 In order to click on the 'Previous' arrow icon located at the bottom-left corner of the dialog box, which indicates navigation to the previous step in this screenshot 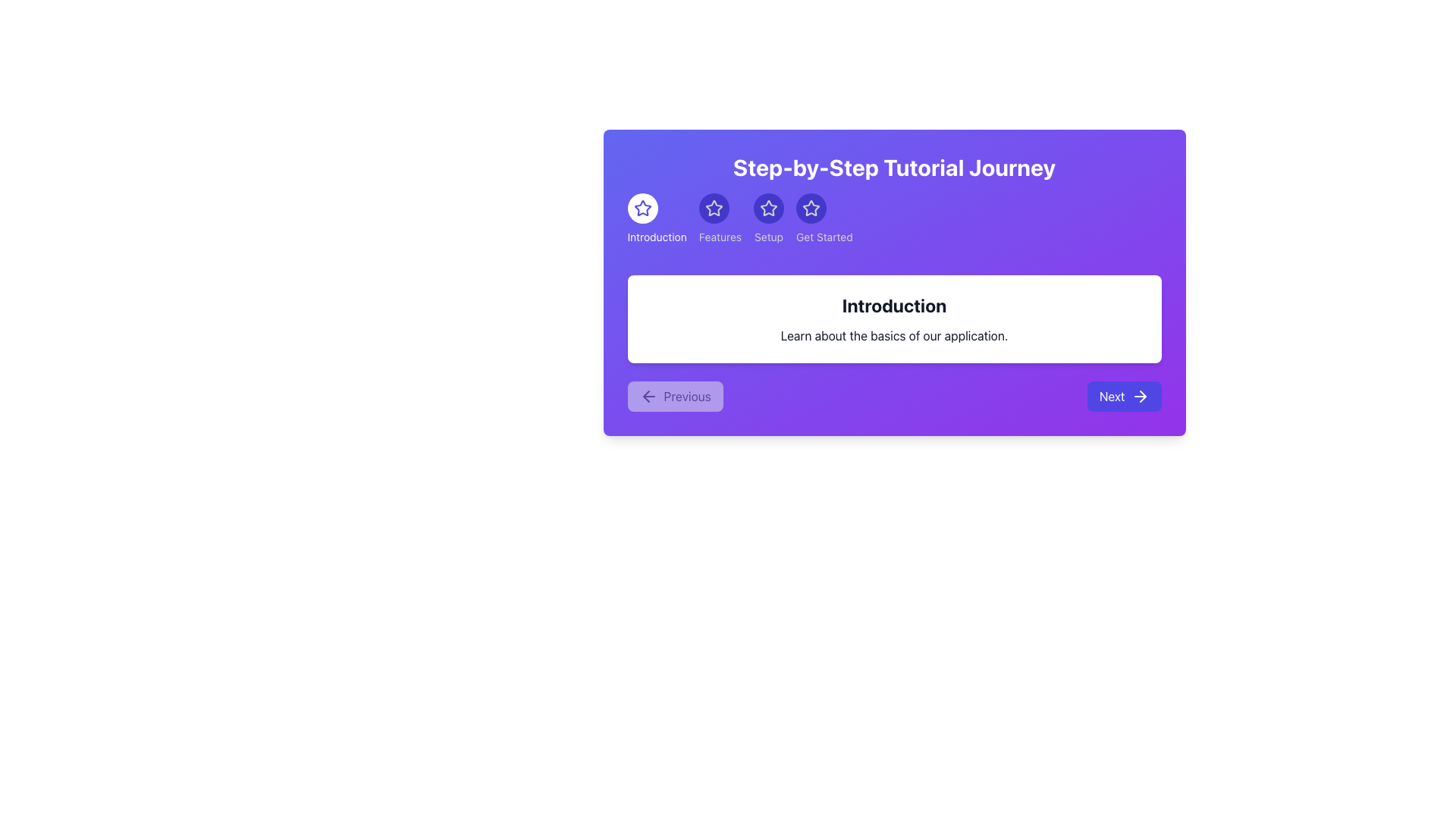, I will do `click(648, 396)`.